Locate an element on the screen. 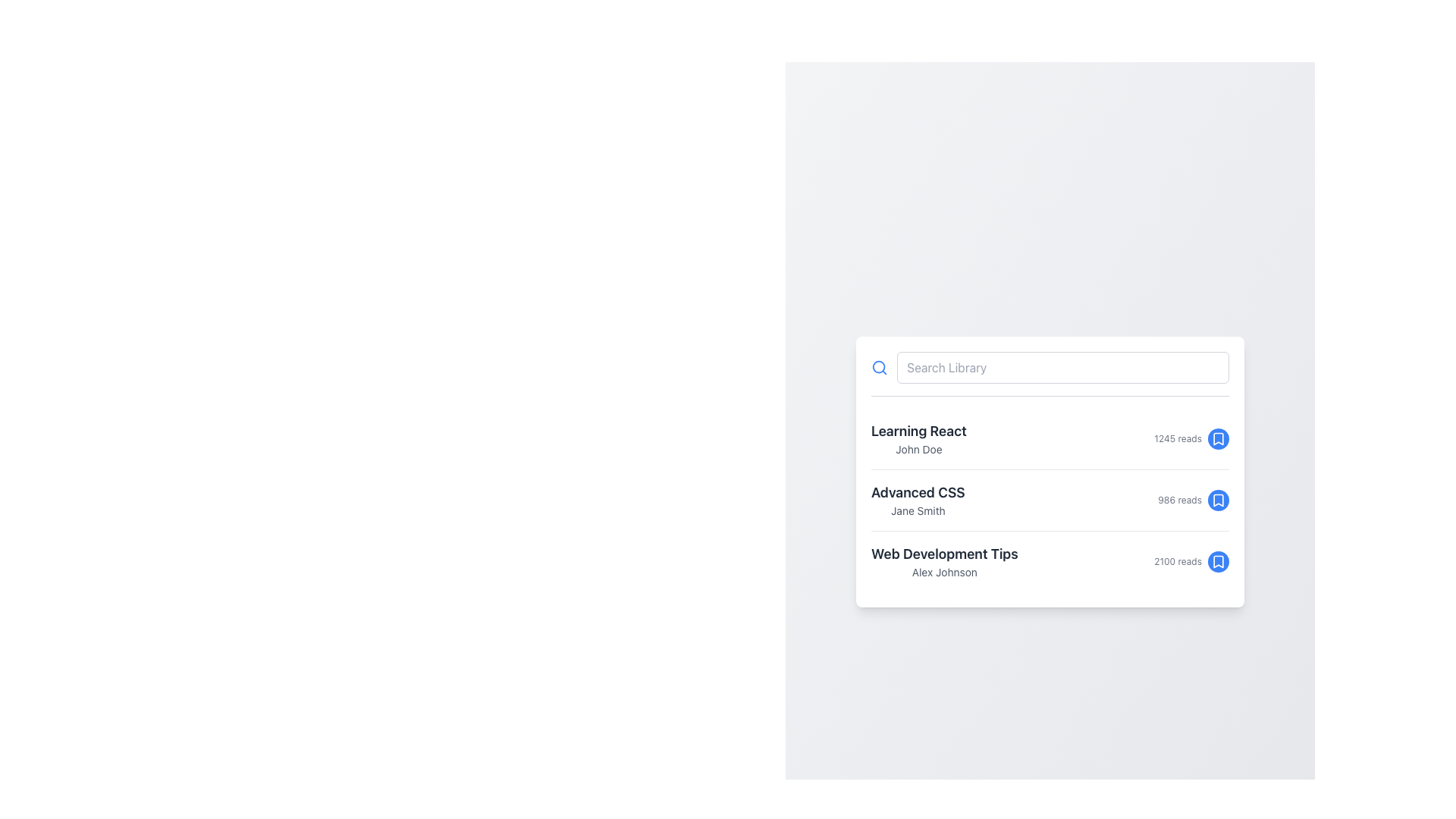 The height and width of the screenshot is (819, 1456). the static text label displaying the author or contributor's name, located below the title 'Web Development Tips' on the third line of the content list is located at coordinates (943, 572).